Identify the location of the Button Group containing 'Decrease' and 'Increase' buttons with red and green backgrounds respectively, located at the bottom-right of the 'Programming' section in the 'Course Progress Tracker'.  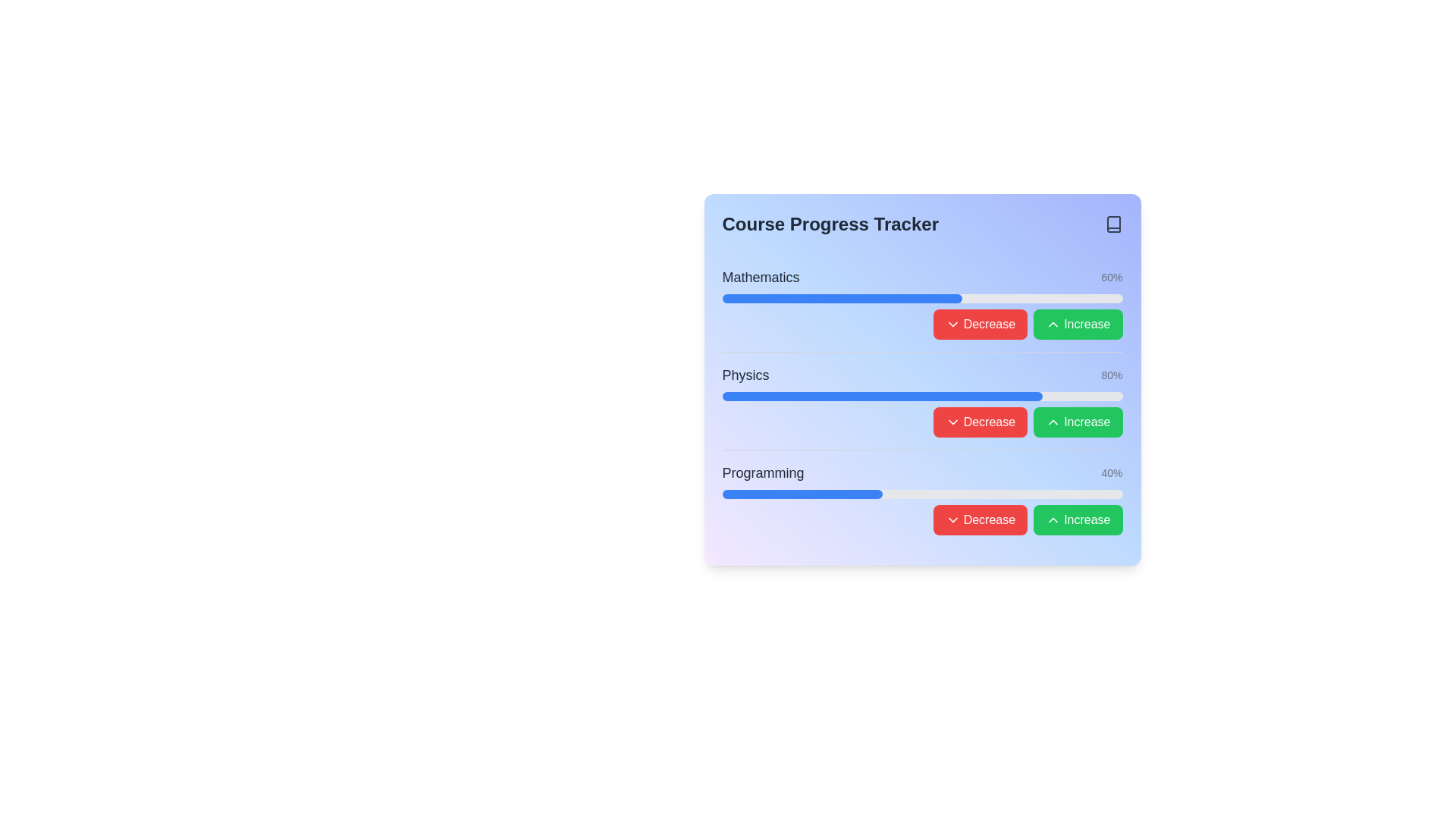
(921, 519).